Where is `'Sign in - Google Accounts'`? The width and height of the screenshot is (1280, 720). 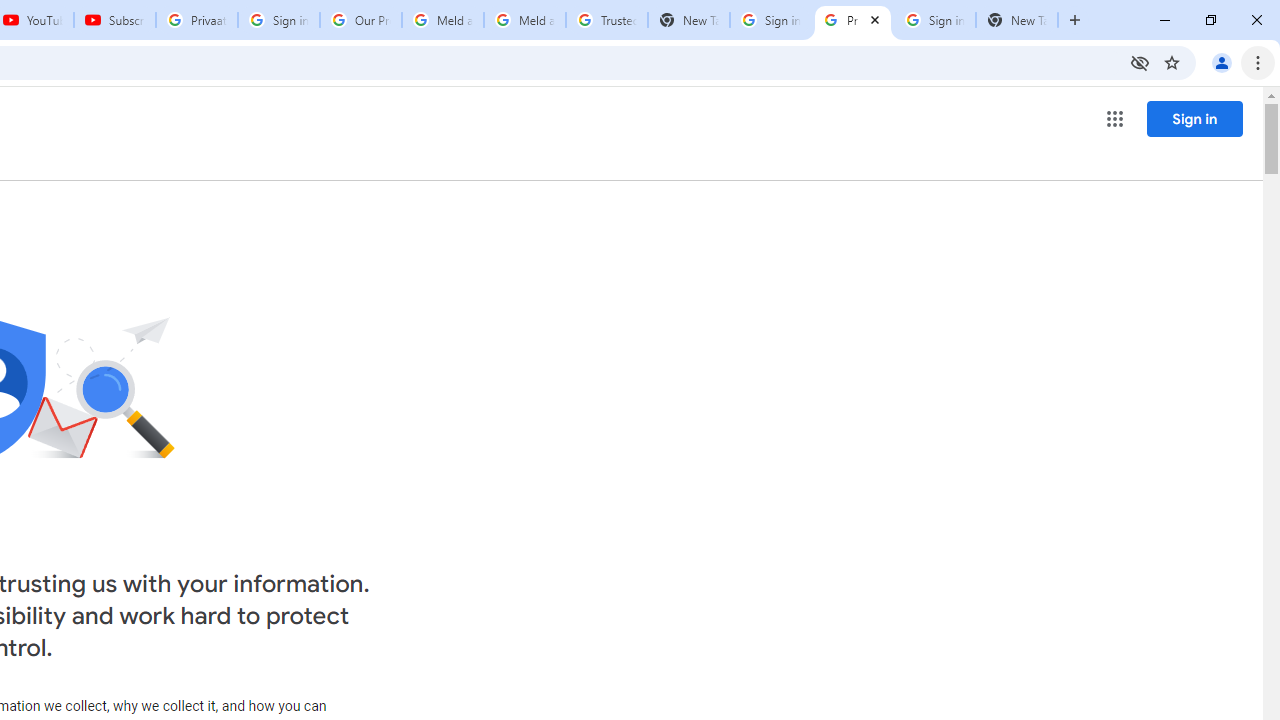 'Sign in - Google Accounts' is located at coordinates (769, 20).